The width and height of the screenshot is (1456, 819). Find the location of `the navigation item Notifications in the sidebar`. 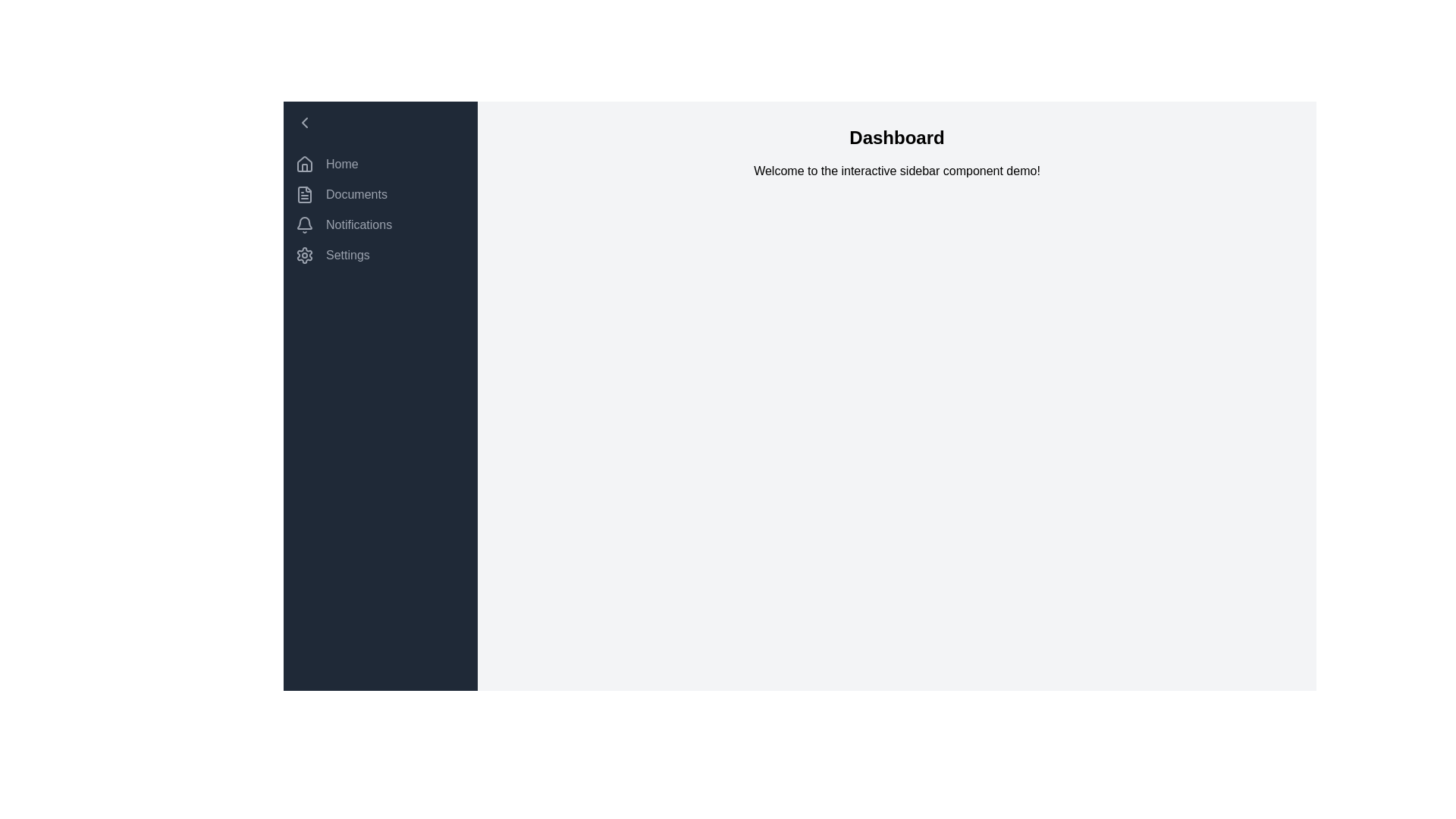

the navigation item Notifications in the sidebar is located at coordinates (381, 225).